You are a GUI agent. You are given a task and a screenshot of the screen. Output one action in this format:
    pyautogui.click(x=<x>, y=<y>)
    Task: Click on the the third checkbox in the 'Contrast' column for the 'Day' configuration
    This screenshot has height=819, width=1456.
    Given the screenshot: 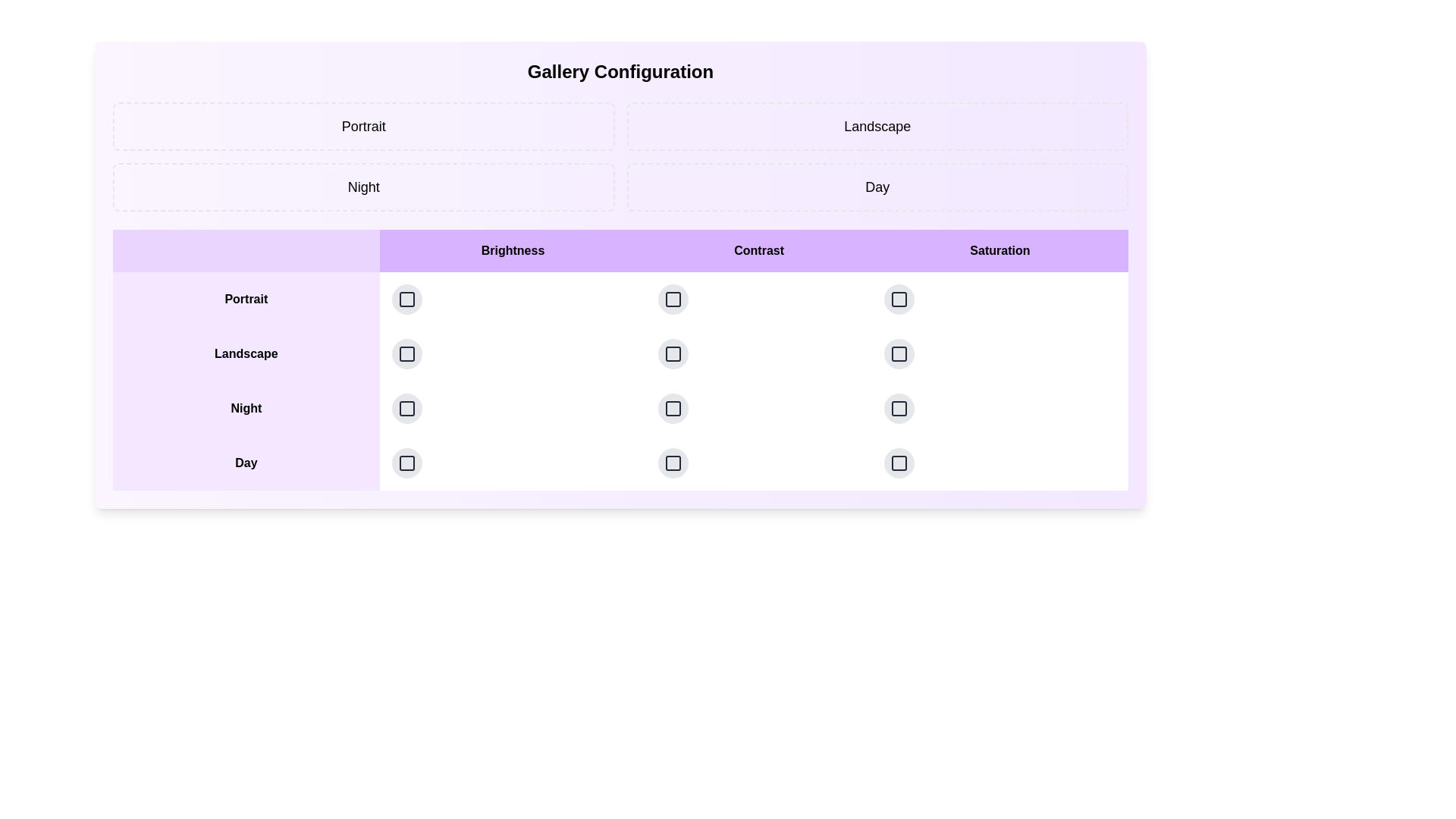 What is the action you would take?
    pyautogui.click(x=673, y=462)
    